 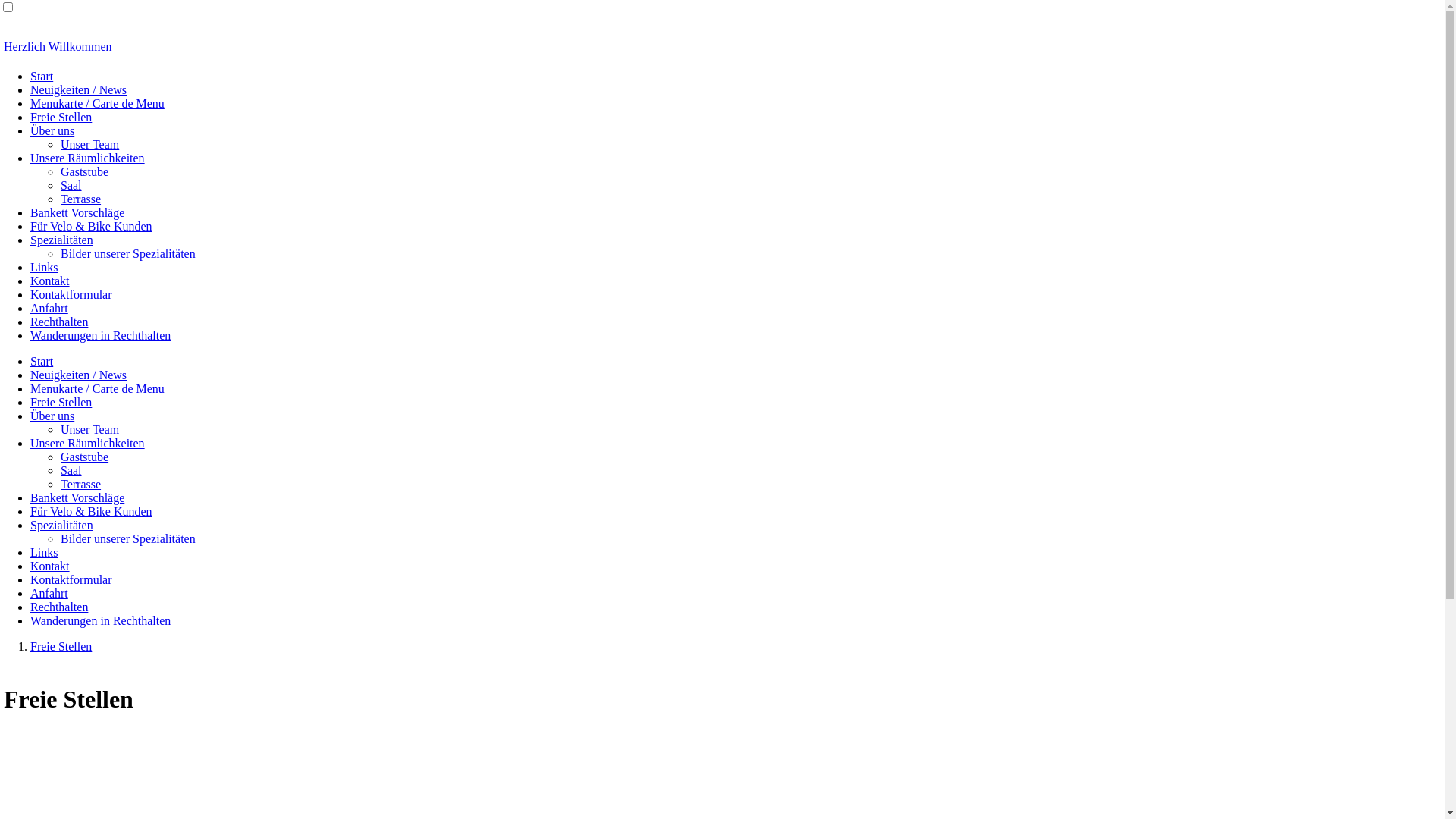 What do you see at coordinates (71, 469) in the screenshot?
I see `'Saal'` at bounding box center [71, 469].